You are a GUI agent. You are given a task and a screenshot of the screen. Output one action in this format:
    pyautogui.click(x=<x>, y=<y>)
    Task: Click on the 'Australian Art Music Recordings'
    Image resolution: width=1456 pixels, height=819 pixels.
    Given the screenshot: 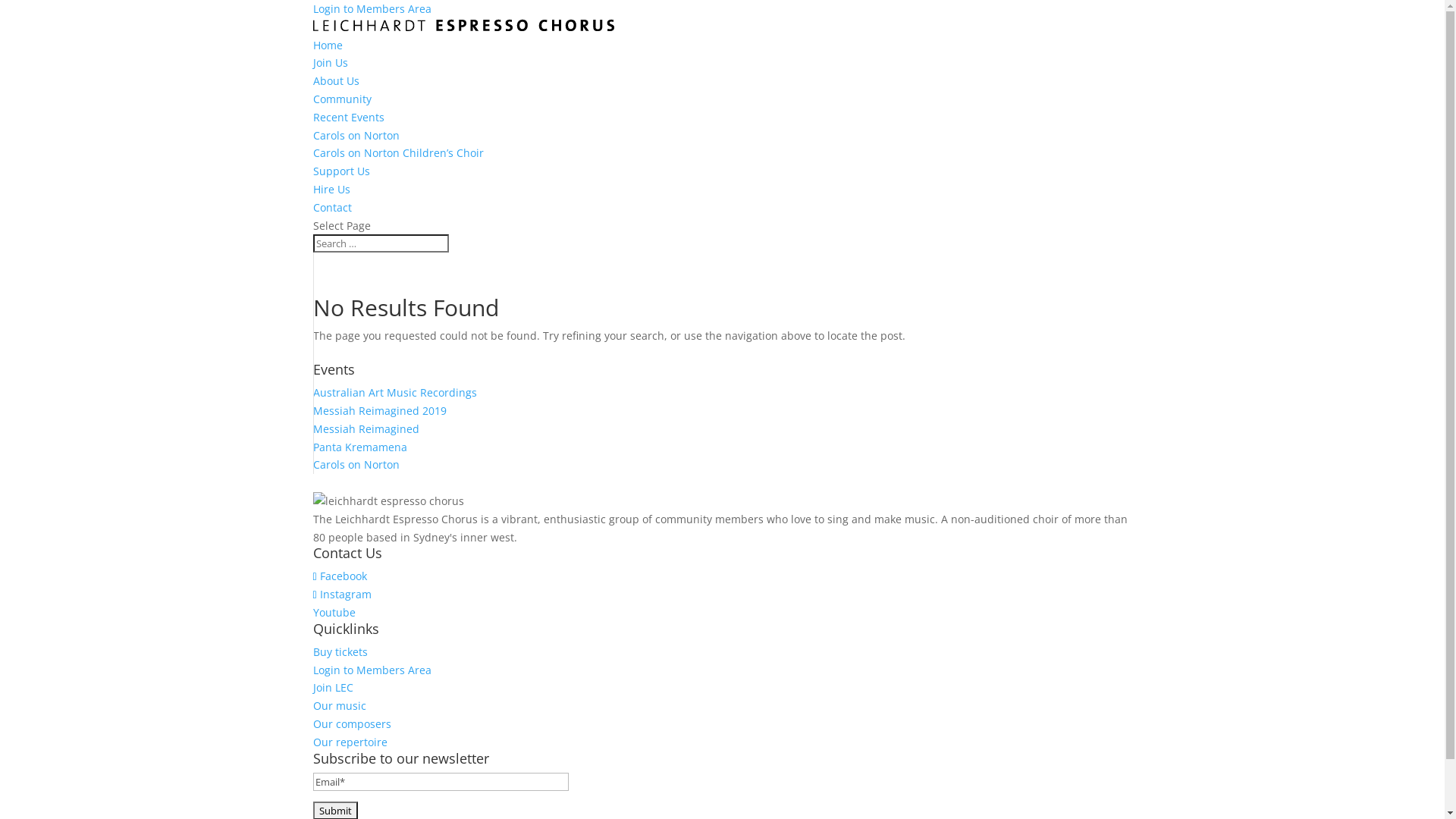 What is the action you would take?
    pyautogui.click(x=394, y=391)
    